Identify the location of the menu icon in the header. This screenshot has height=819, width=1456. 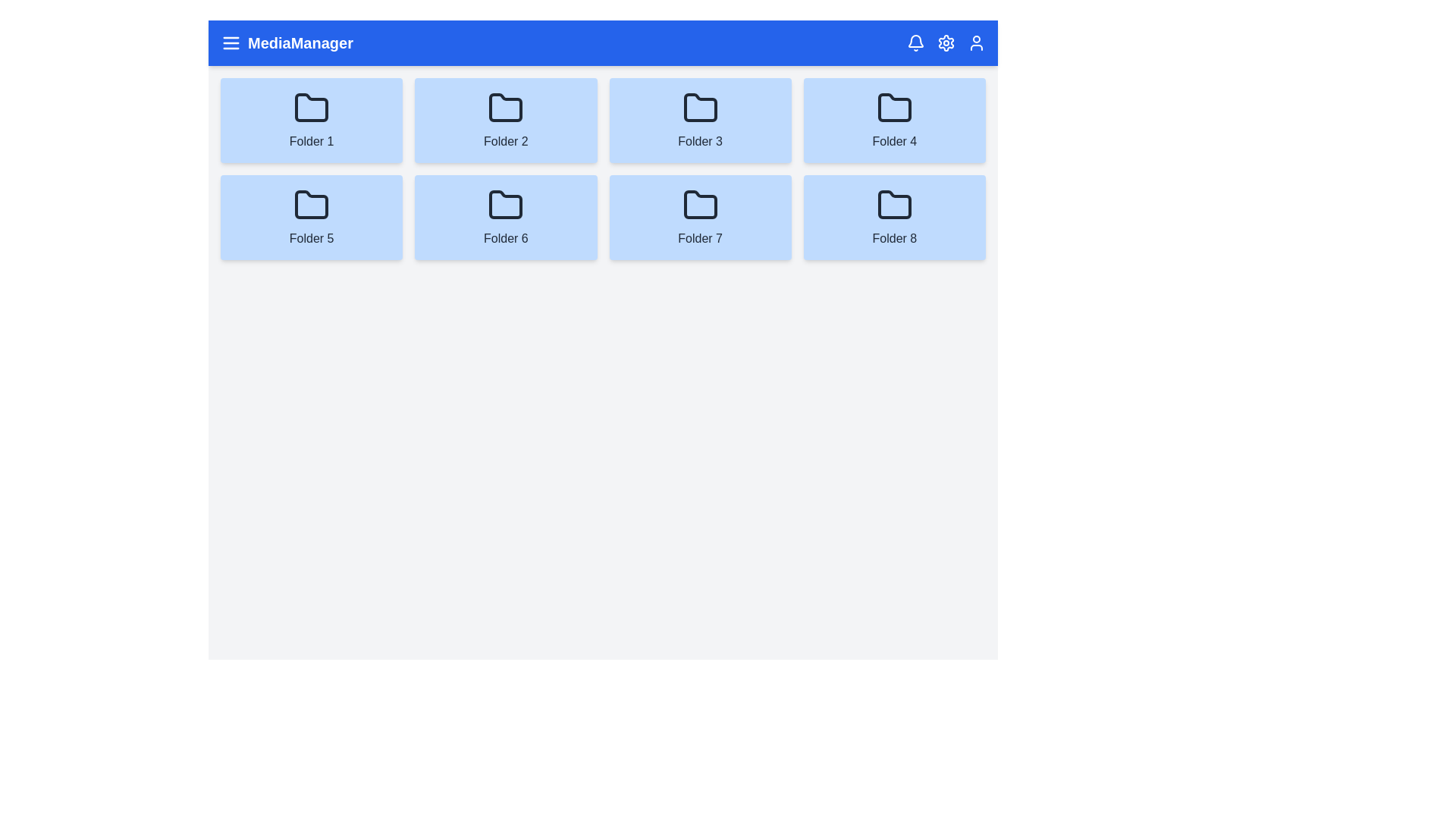
(231, 42).